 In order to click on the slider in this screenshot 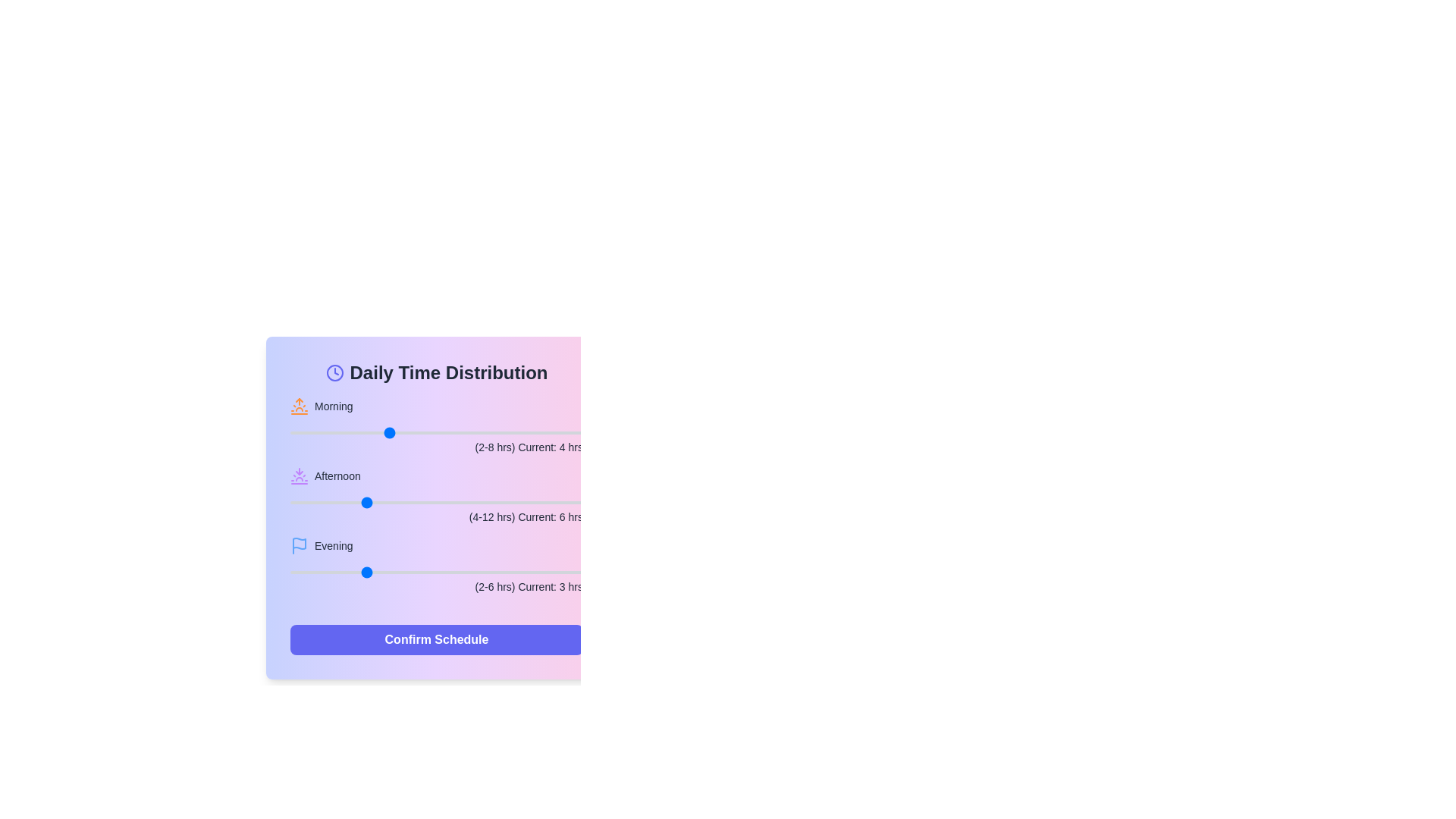, I will do `click(290, 573)`.